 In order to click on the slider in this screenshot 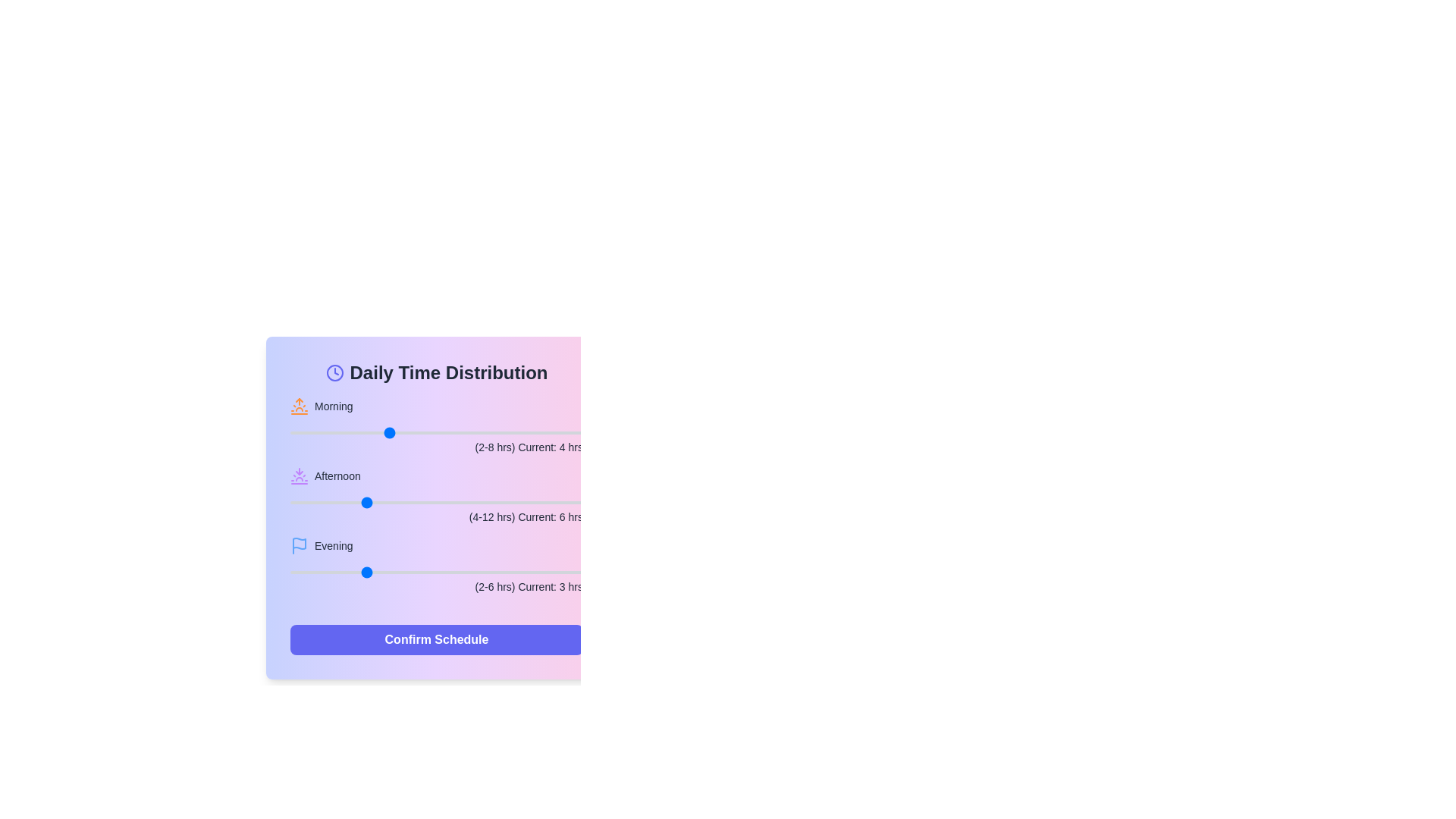, I will do `click(290, 573)`.